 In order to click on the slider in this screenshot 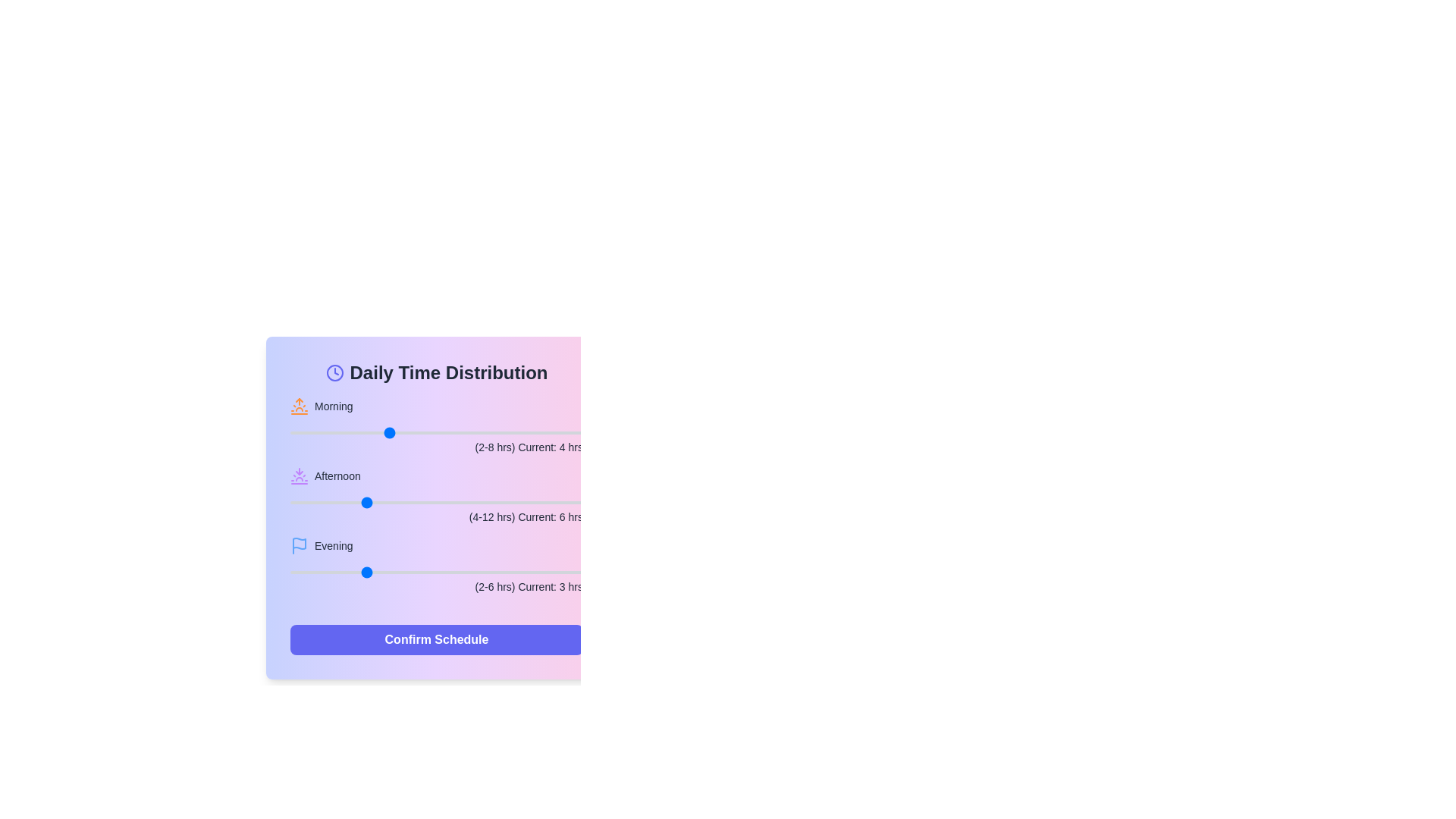, I will do `click(290, 573)`.